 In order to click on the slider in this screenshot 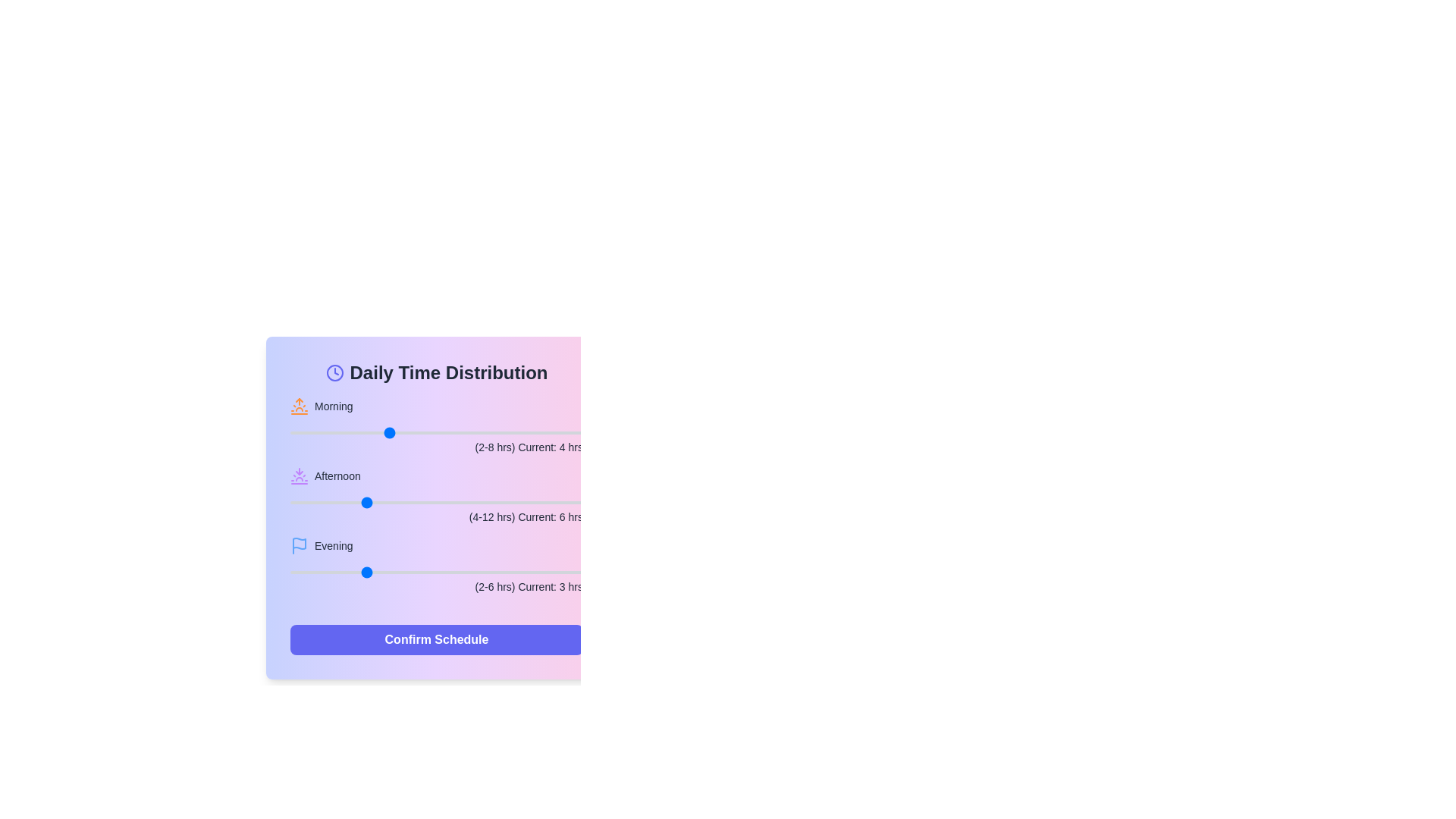, I will do `click(290, 573)`.